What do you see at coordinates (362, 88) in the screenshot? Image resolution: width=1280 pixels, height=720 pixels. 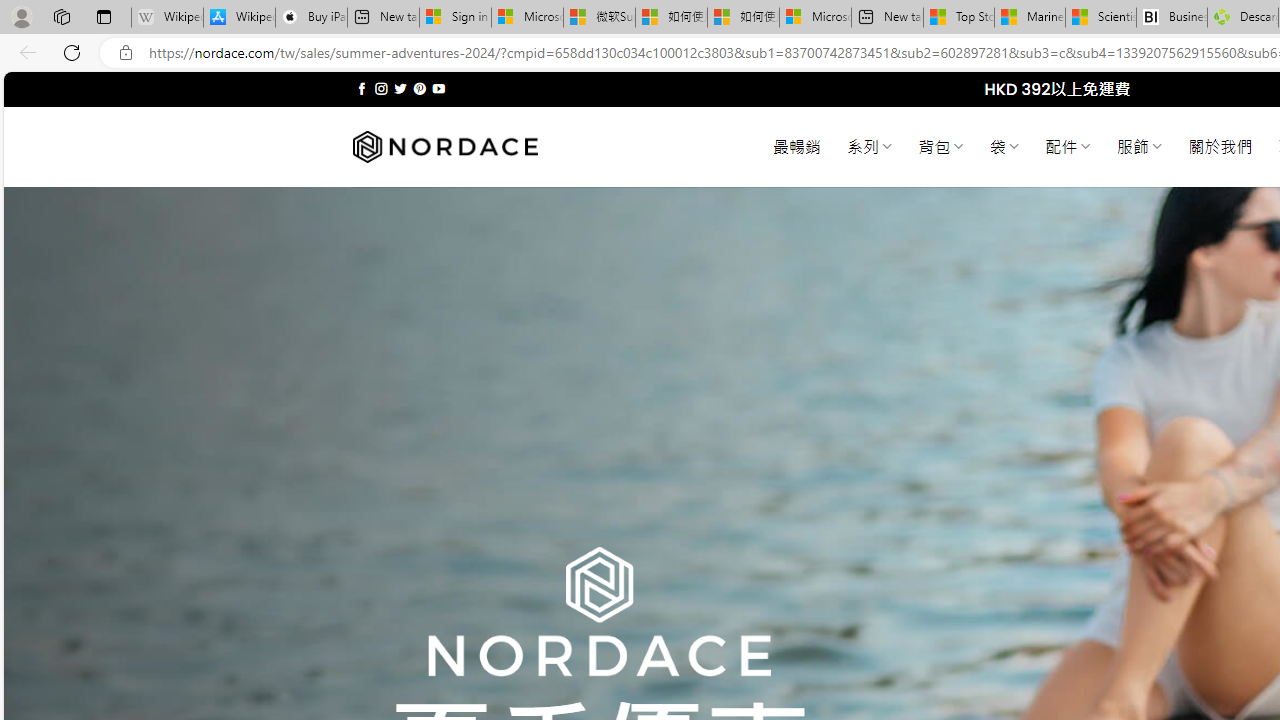 I see `'Follow on Facebook'` at bounding box center [362, 88].